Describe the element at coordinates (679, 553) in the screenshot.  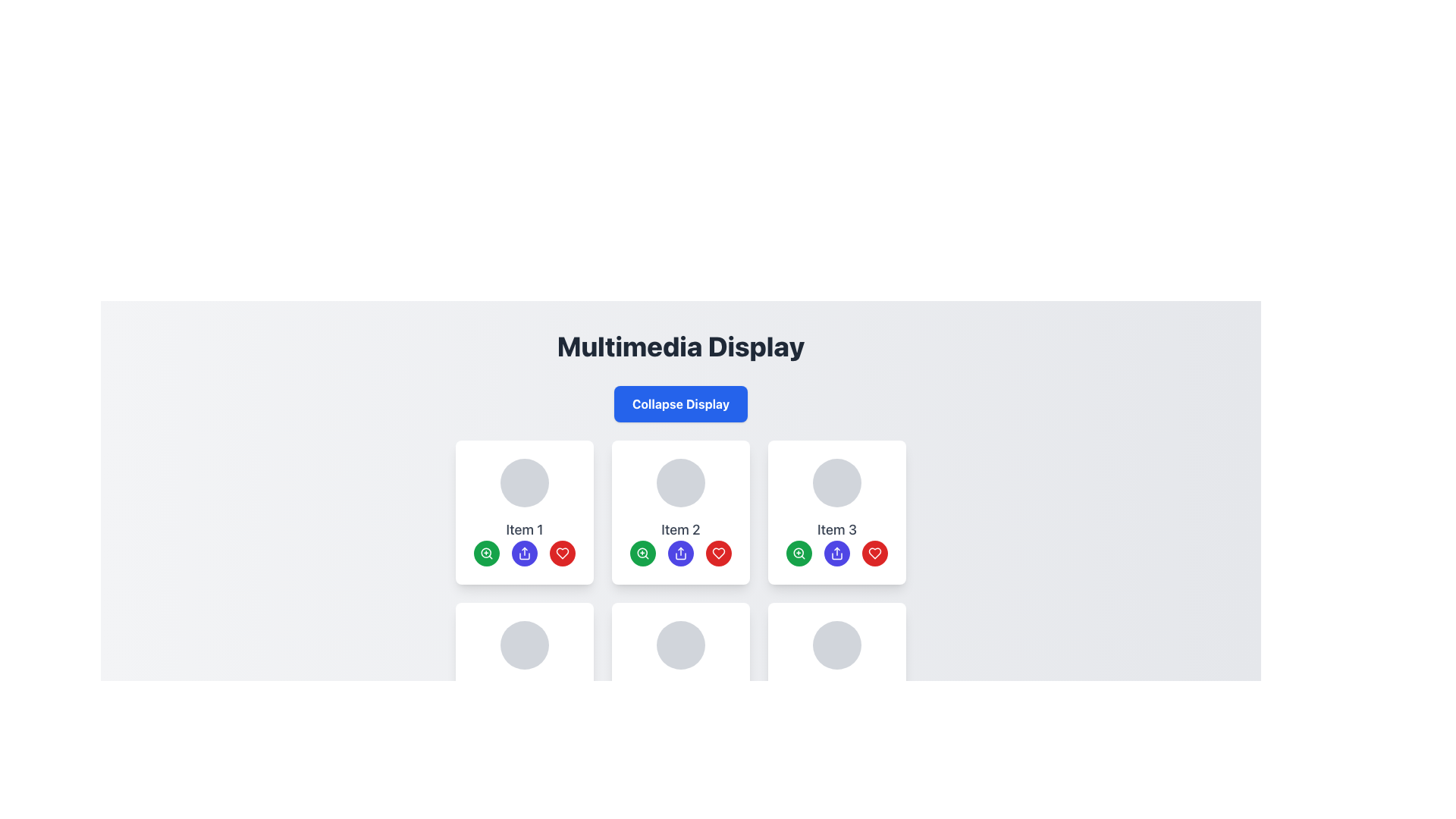
I see `the share icon represented by an upward arrow on a circular blue button located in the second item card of the multimedia display grid, specifically in the third column of icons` at that location.